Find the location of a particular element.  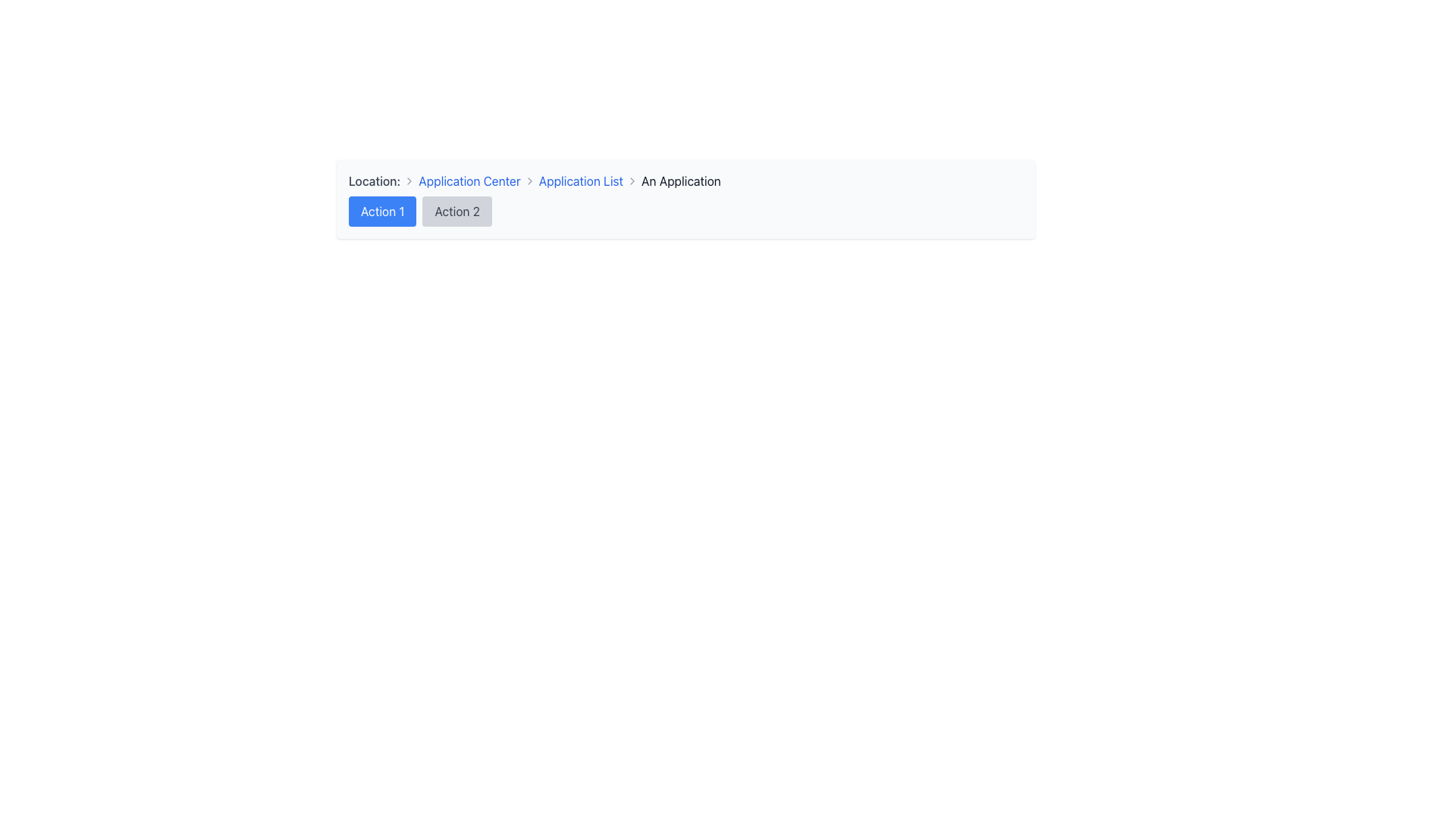

the gray right-pointing chevron icon located between 'Application List' and 'An Application' in the breadcrumb navigation is located at coordinates (632, 180).